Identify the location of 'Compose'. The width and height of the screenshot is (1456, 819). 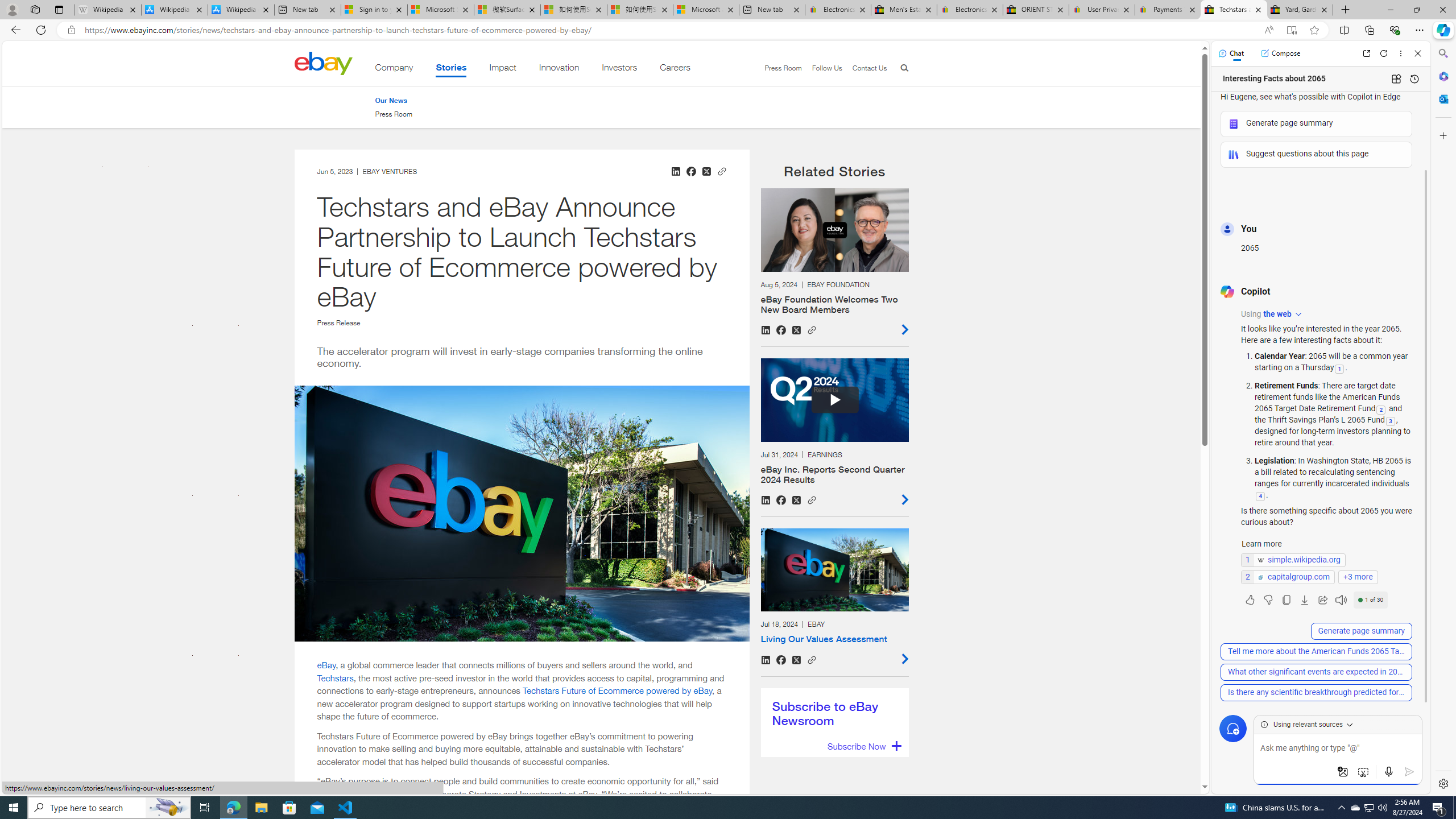
(1280, 52).